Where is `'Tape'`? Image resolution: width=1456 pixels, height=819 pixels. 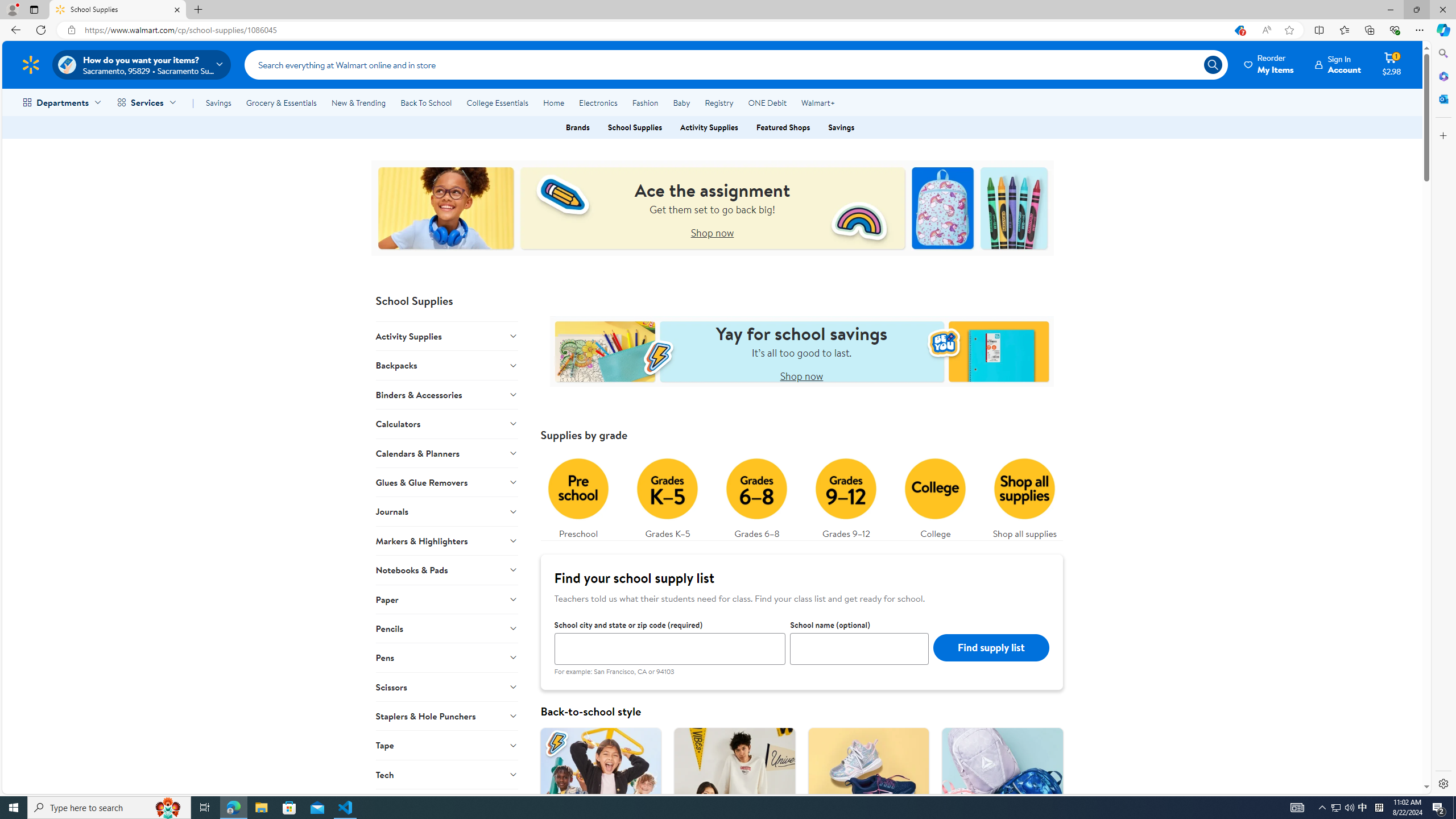
'Tape' is located at coordinates (446, 744).